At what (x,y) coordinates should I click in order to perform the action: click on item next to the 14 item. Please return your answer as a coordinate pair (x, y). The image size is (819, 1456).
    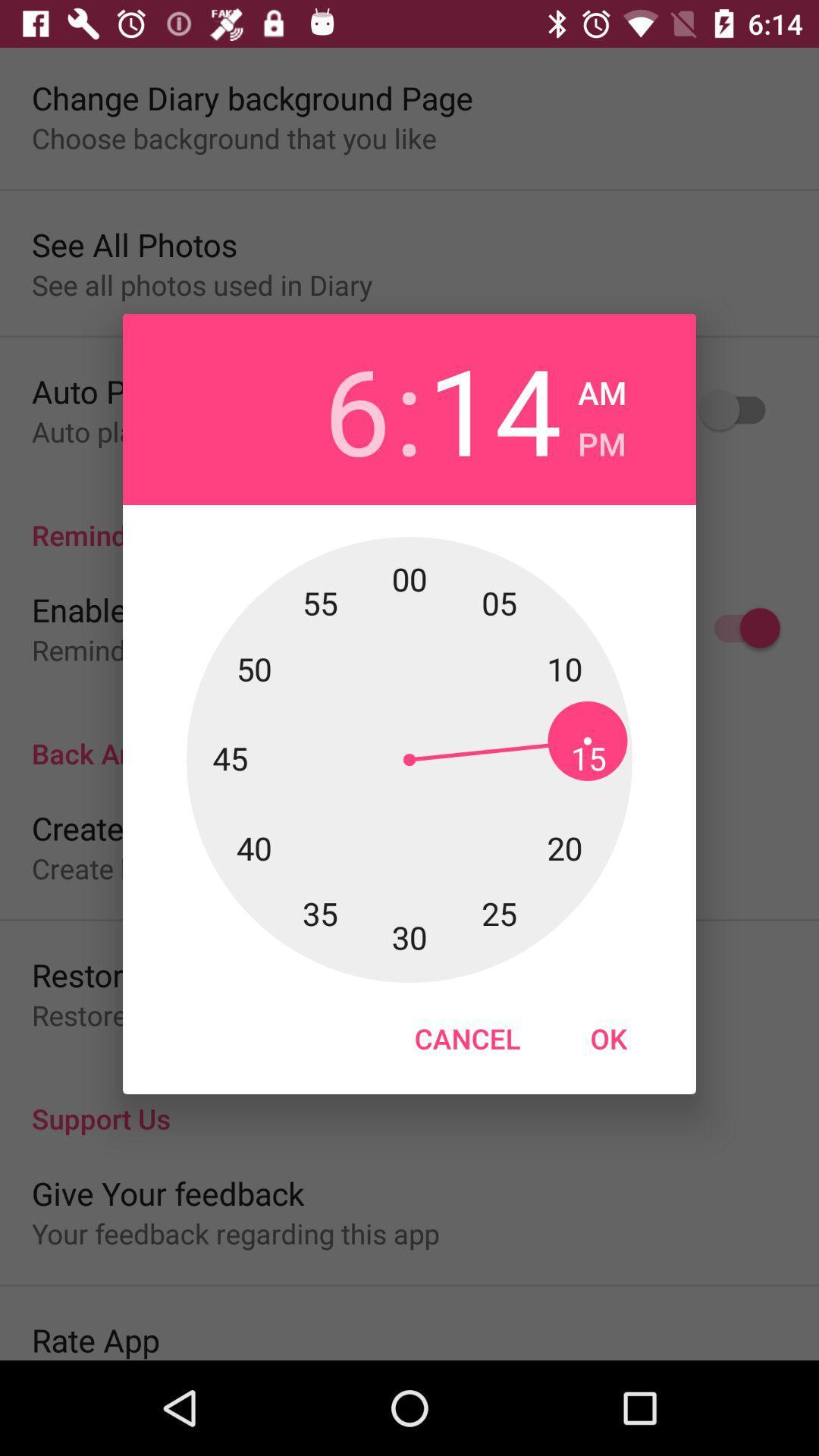
    Looking at the image, I should click on (601, 438).